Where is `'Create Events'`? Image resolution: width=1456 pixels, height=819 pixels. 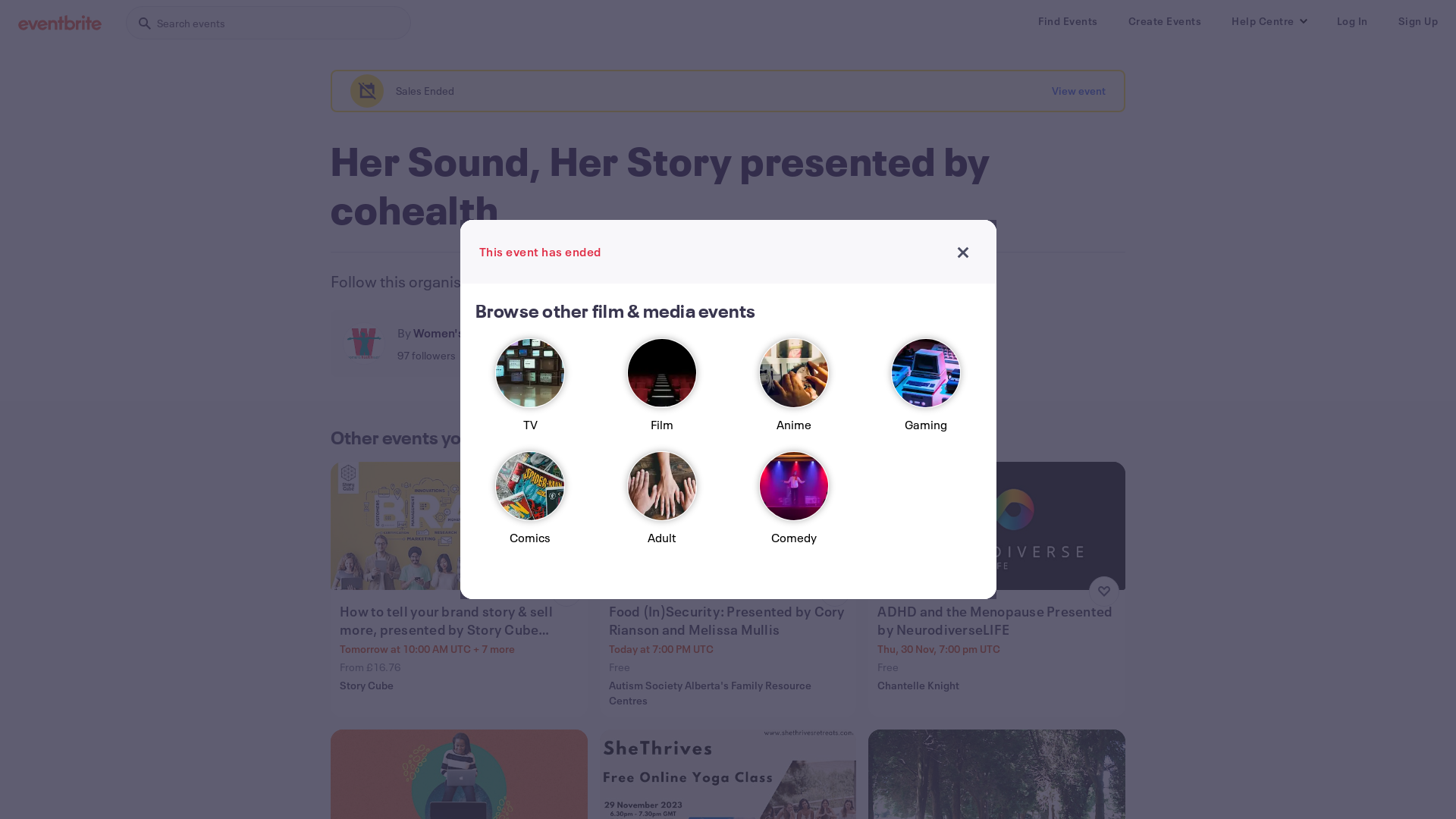
'Create Events' is located at coordinates (1164, 20).